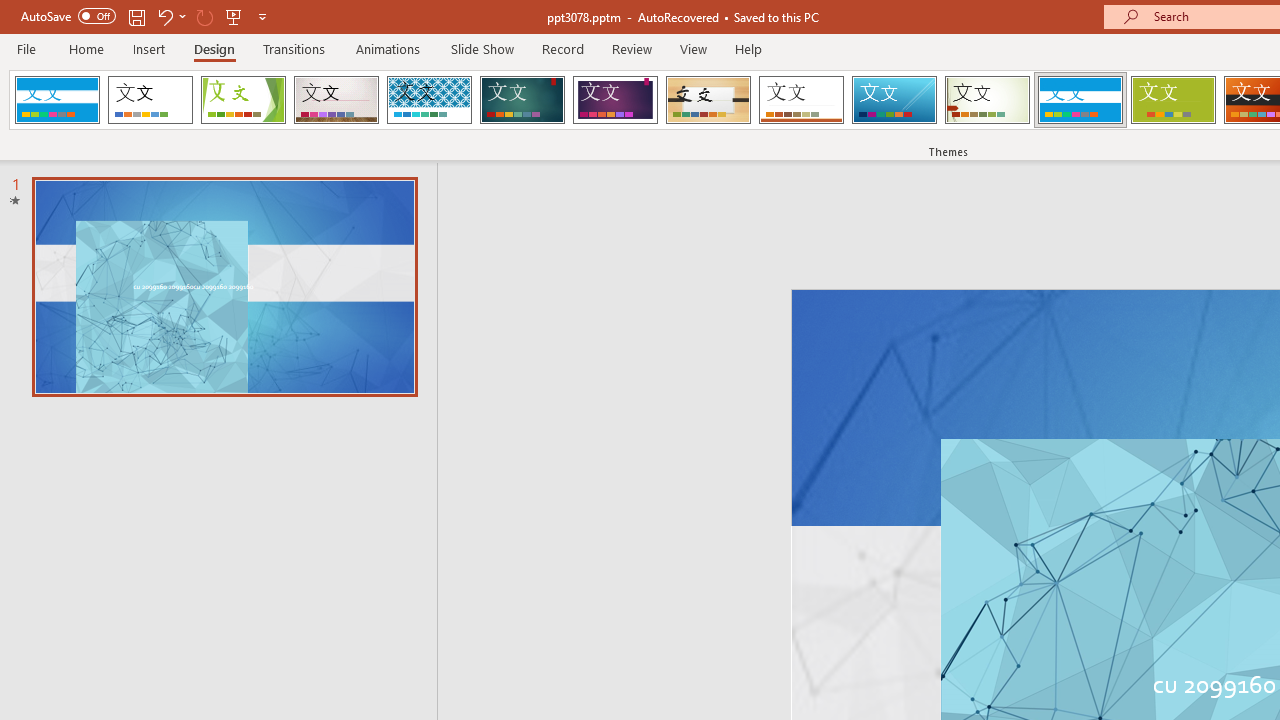 This screenshot has width=1280, height=720. Describe the element at coordinates (242, 100) in the screenshot. I see `'Facet'` at that location.